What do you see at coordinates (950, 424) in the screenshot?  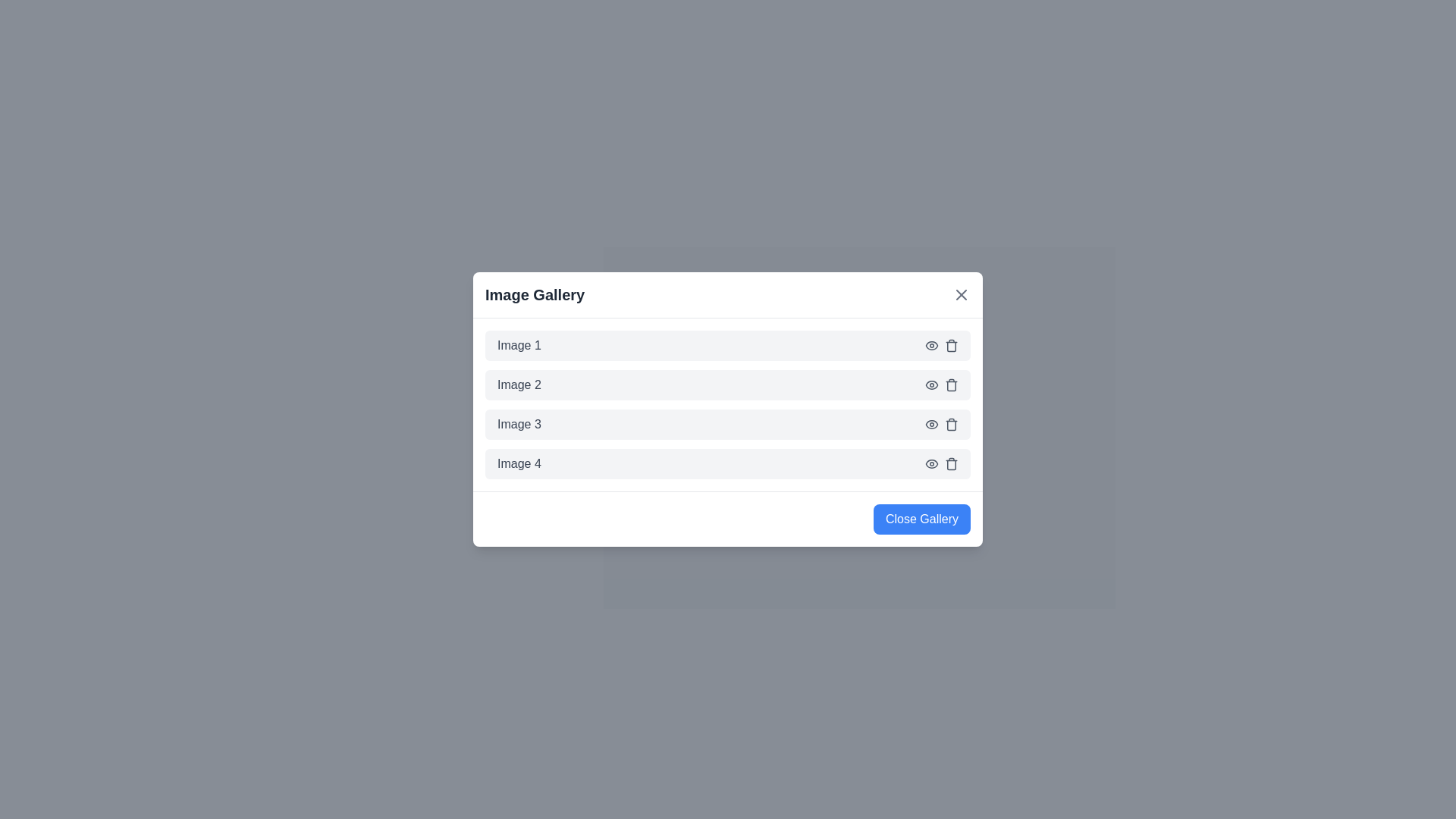 I see `the trash can icon, which is the second element from the right in a horizontal group of icons in the modal window` at bounding box center [950, 424].